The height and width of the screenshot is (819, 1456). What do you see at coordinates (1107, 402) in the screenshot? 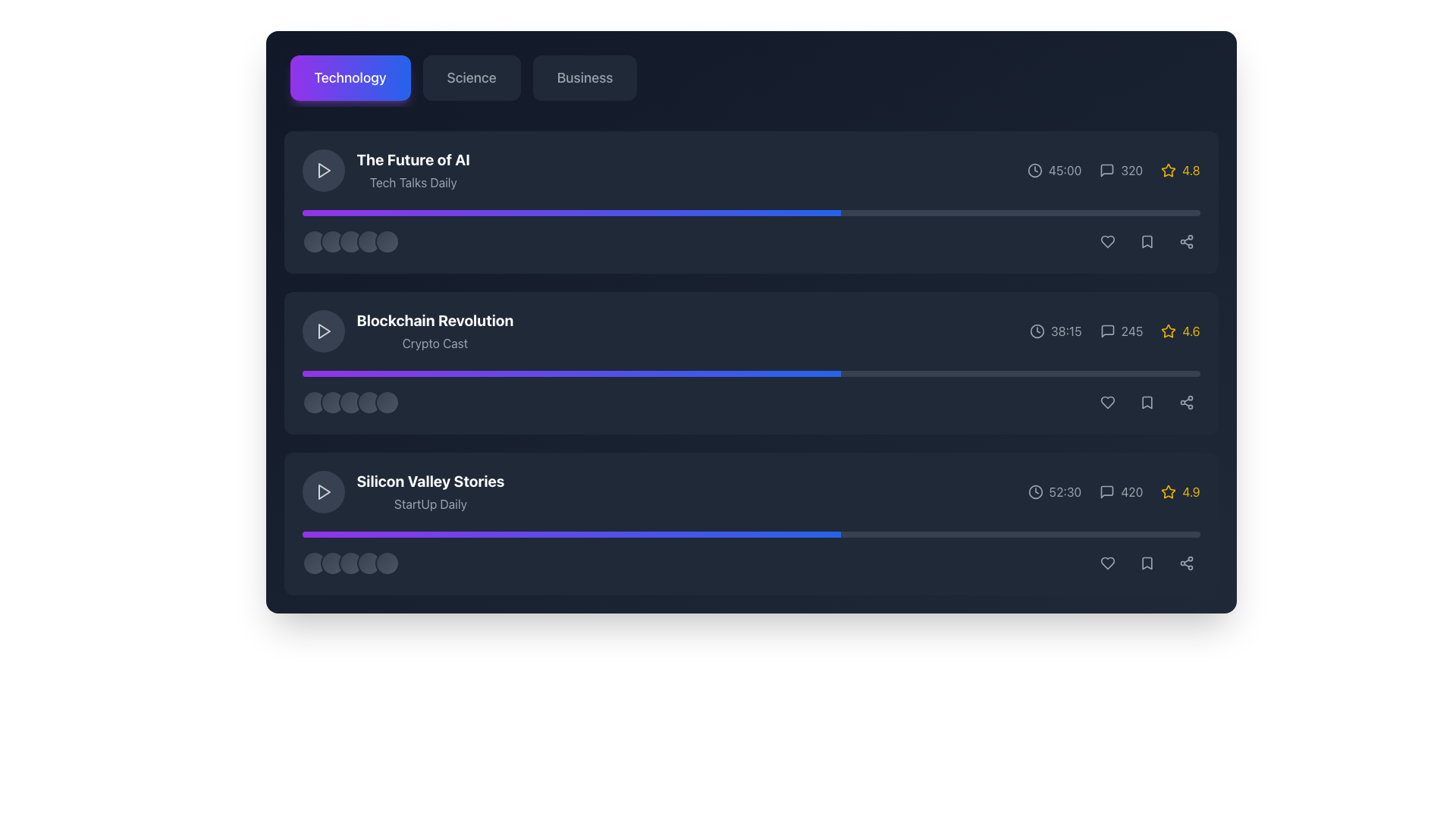
I see `the circular button with a gray heart-shaped icon to like or favorite the podcast 'Blockchain Revolution'. It is positioned on the same line as the podcast's duration and rating, and is the first in a sequence of three buttons` at bounding box center [1107, 402].